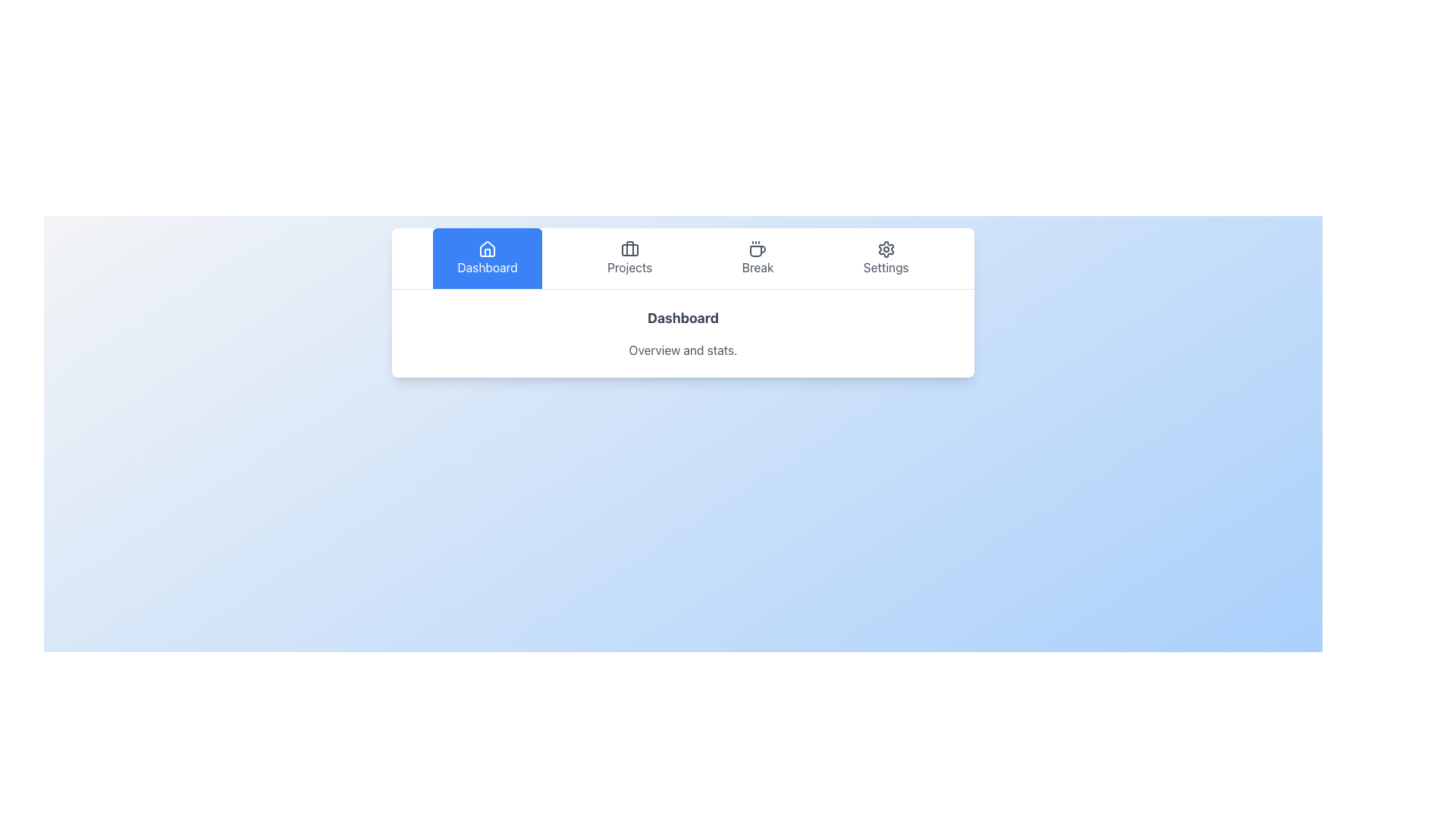  Describe the element at coordinates (886, 248) in the screenshot. I see `the gear-shaped icon representing settings, located to the left of the 'Settings' text in the navigation bar` at that location.